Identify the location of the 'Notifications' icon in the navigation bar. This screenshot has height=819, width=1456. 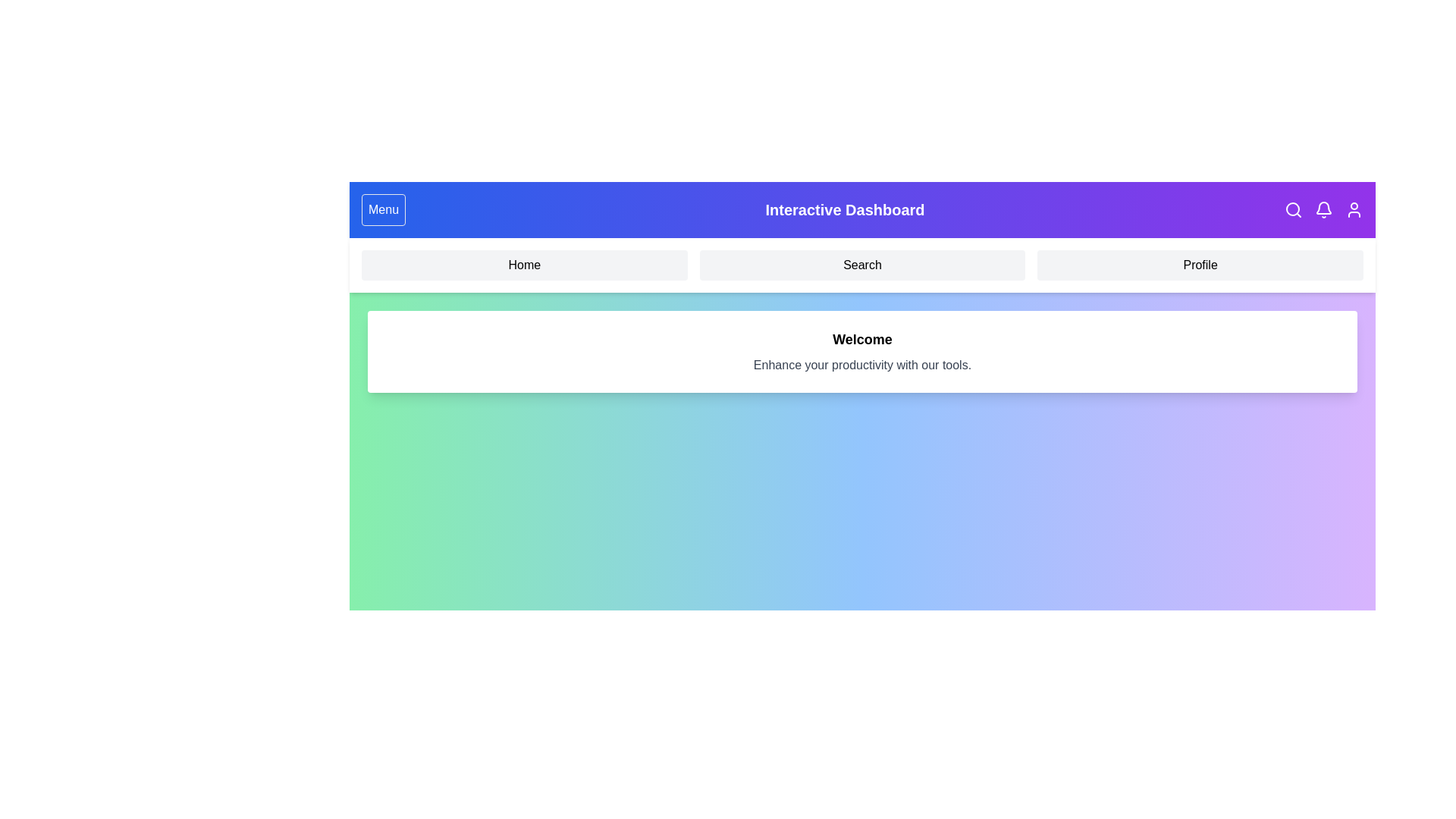
(1323, 210).